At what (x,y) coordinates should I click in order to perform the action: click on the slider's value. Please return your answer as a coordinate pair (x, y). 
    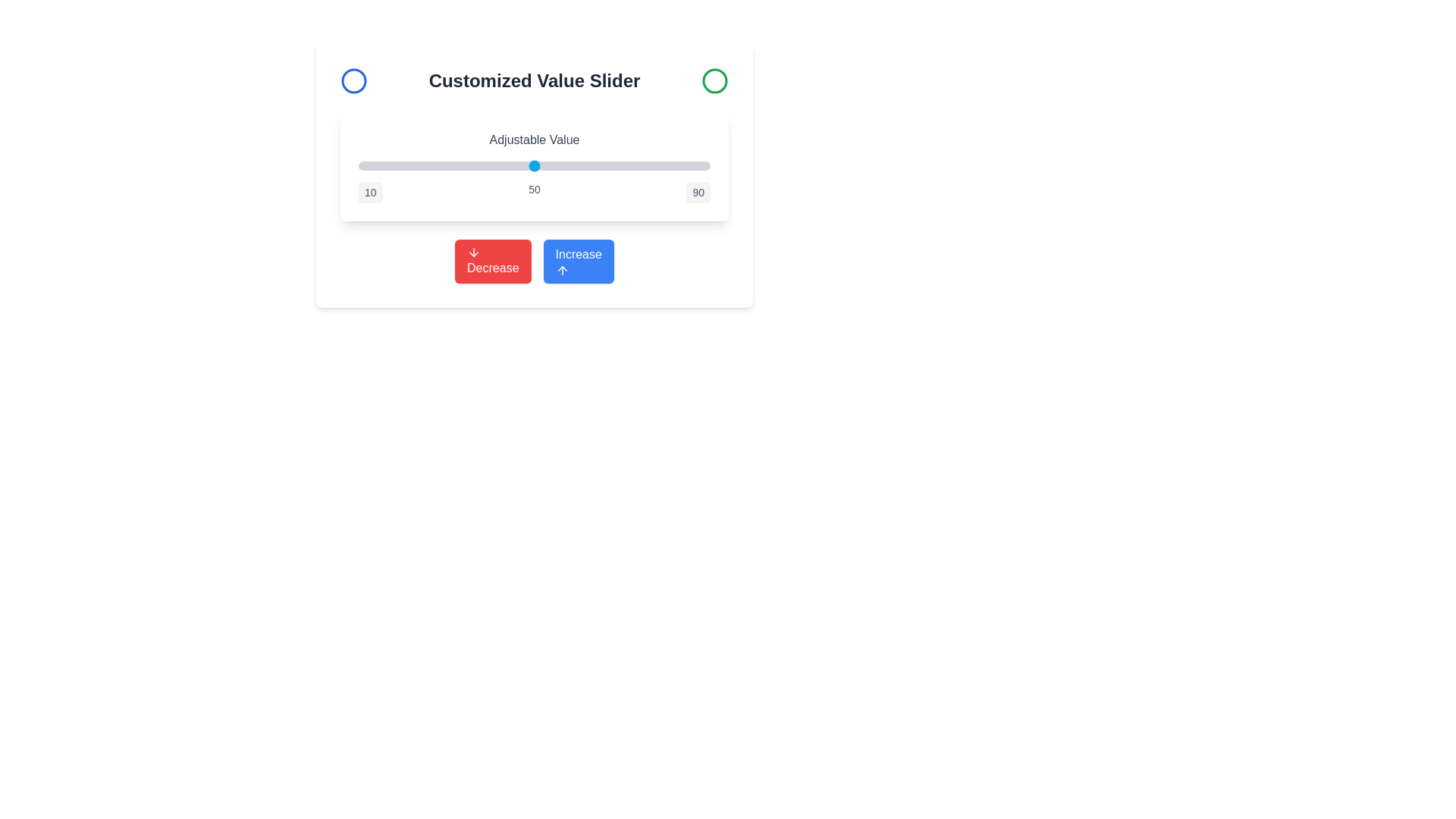
    Looking at the image, I should click on (403, 166).